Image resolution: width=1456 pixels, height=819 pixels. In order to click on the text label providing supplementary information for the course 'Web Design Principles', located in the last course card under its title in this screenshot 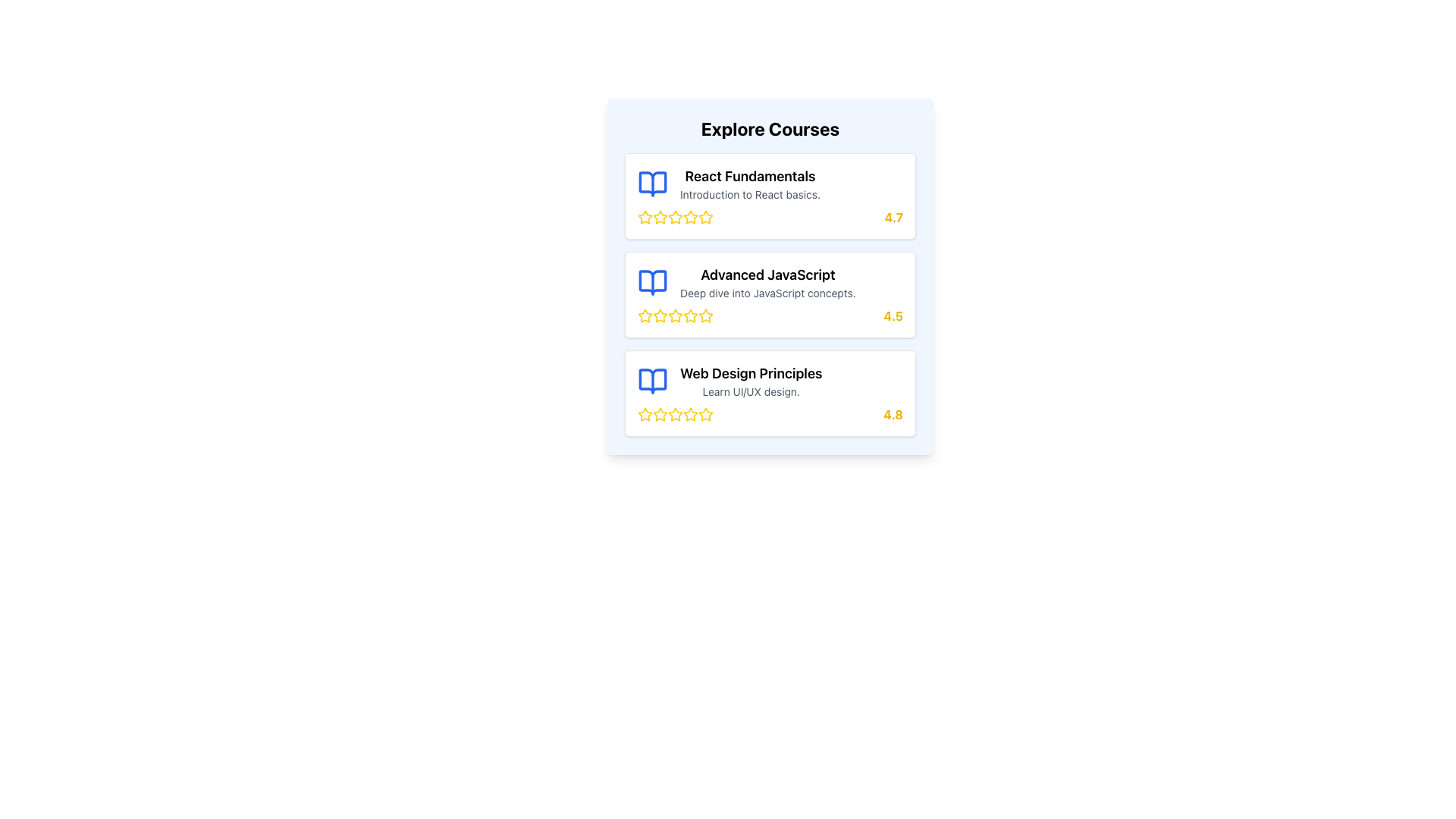, I will do `click(751, 391)`.